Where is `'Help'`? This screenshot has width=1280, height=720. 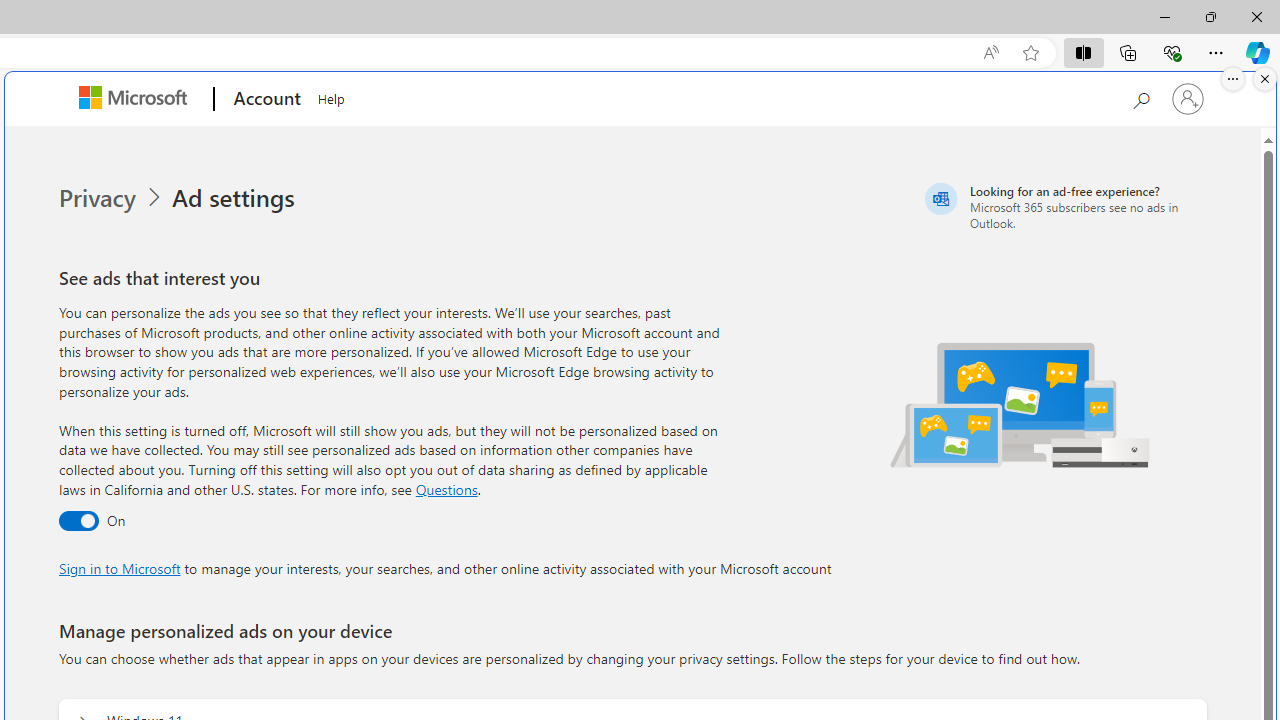
'Help' is located at coordinates (331, 96).